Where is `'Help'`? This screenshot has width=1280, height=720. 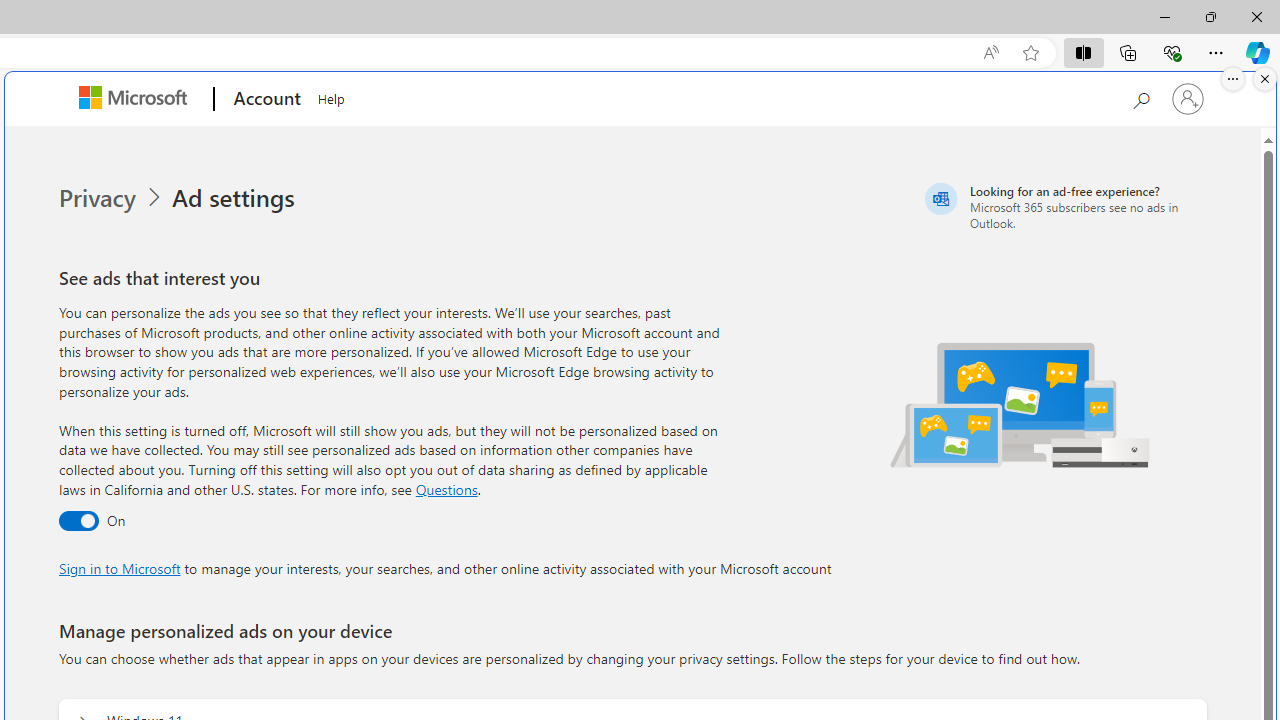
'Help' is located at coordinates (331, 96).